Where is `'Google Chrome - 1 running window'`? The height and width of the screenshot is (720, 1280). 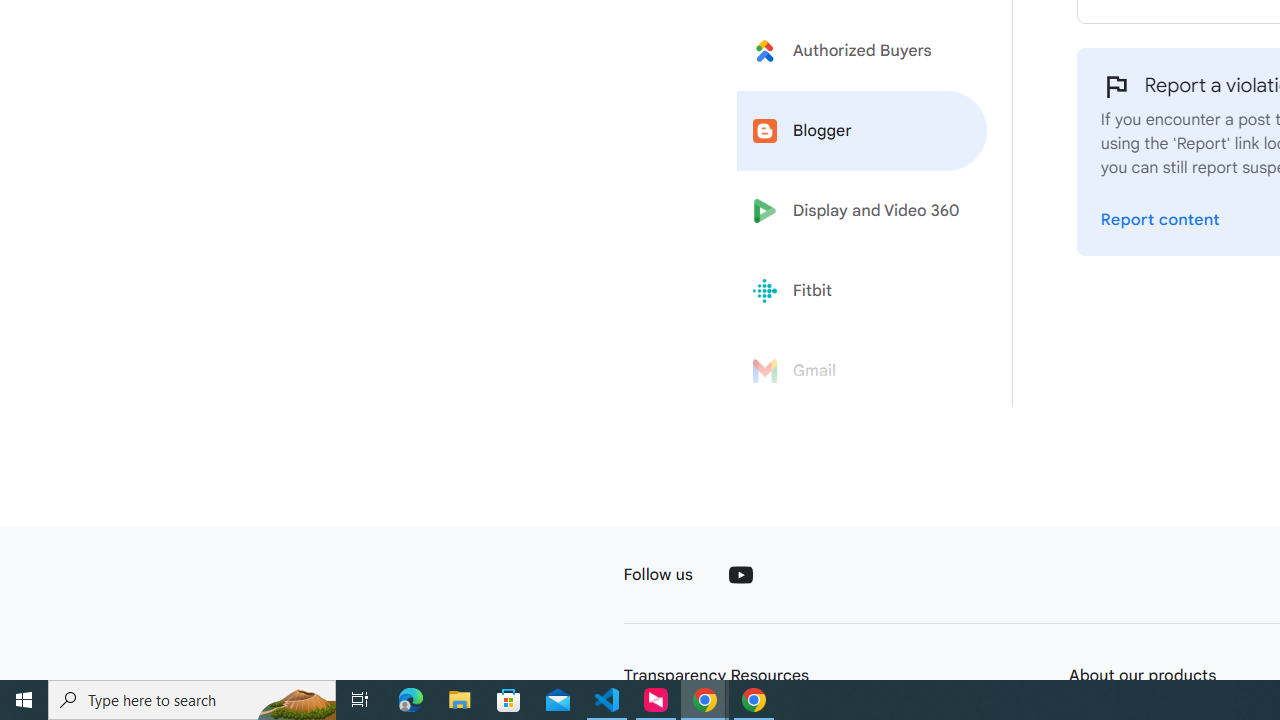 'Google Chrome - 1 running window' is located at coordinates (753, 698).